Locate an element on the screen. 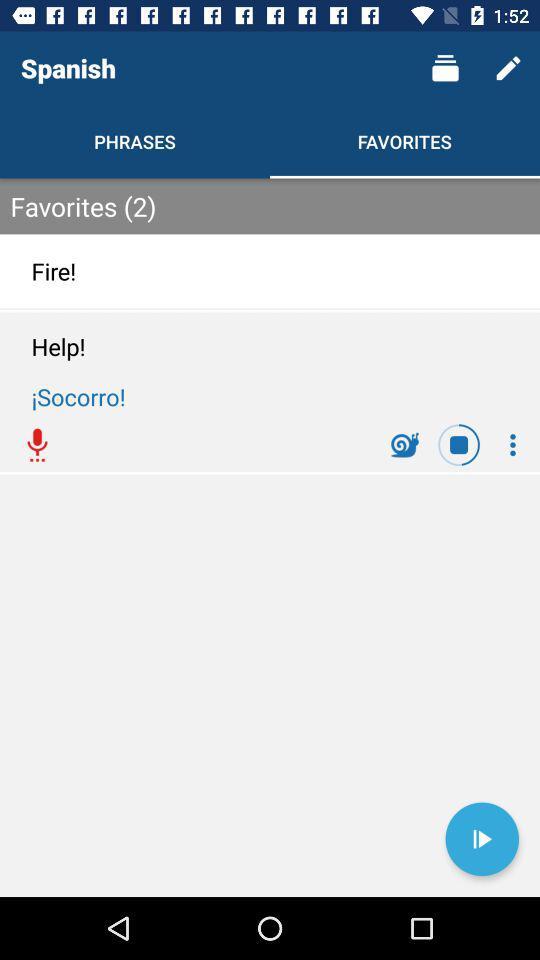  the item next to spanish item is located at coordinates (445, 68).